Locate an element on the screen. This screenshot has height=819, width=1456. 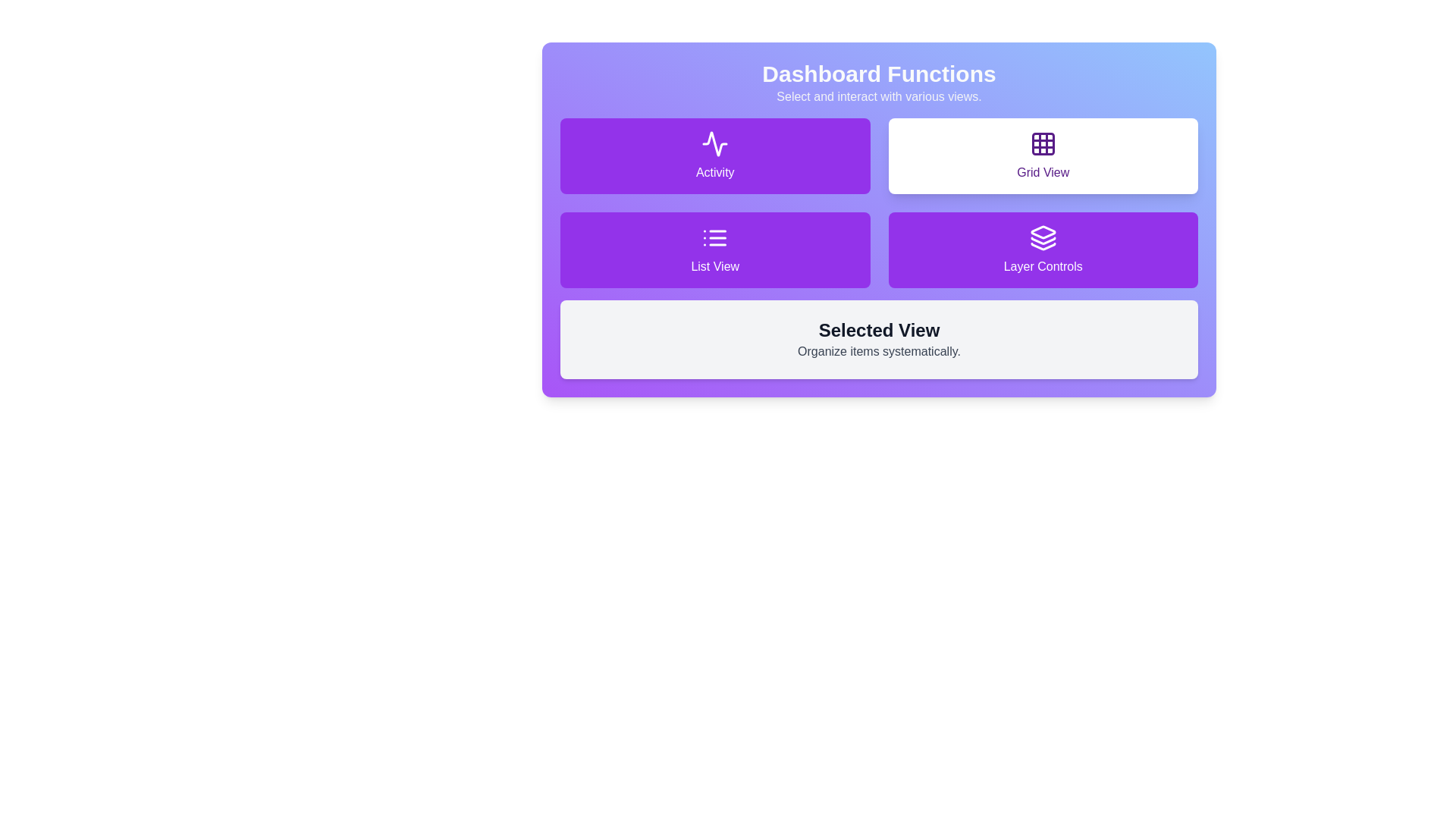
the text label that signifies the 'Selected View' section, located above the text 'Organize items systematically' in the lower portion of the 'Dashboard Functions' section is located at coordinates (879, 329).